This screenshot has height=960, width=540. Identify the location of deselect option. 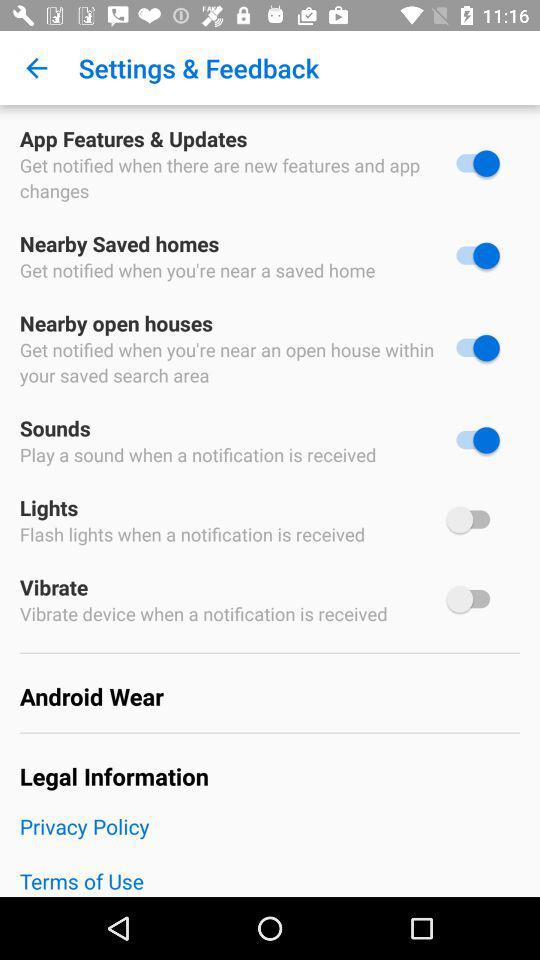
(472, 254).